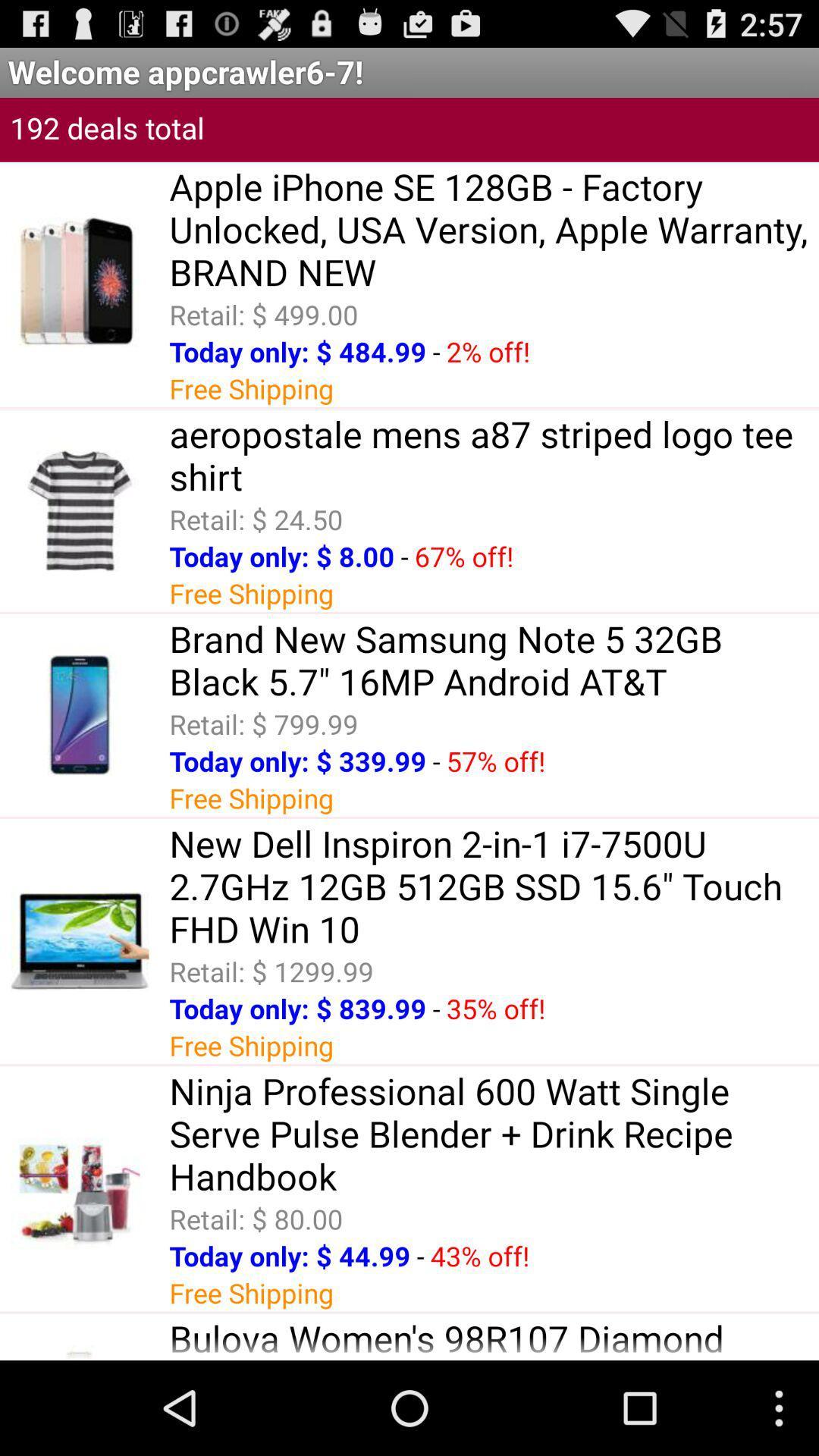 This screenshot has width=819, height=1456. I want to click on icon below free shipping icon, so click(494, 1337).